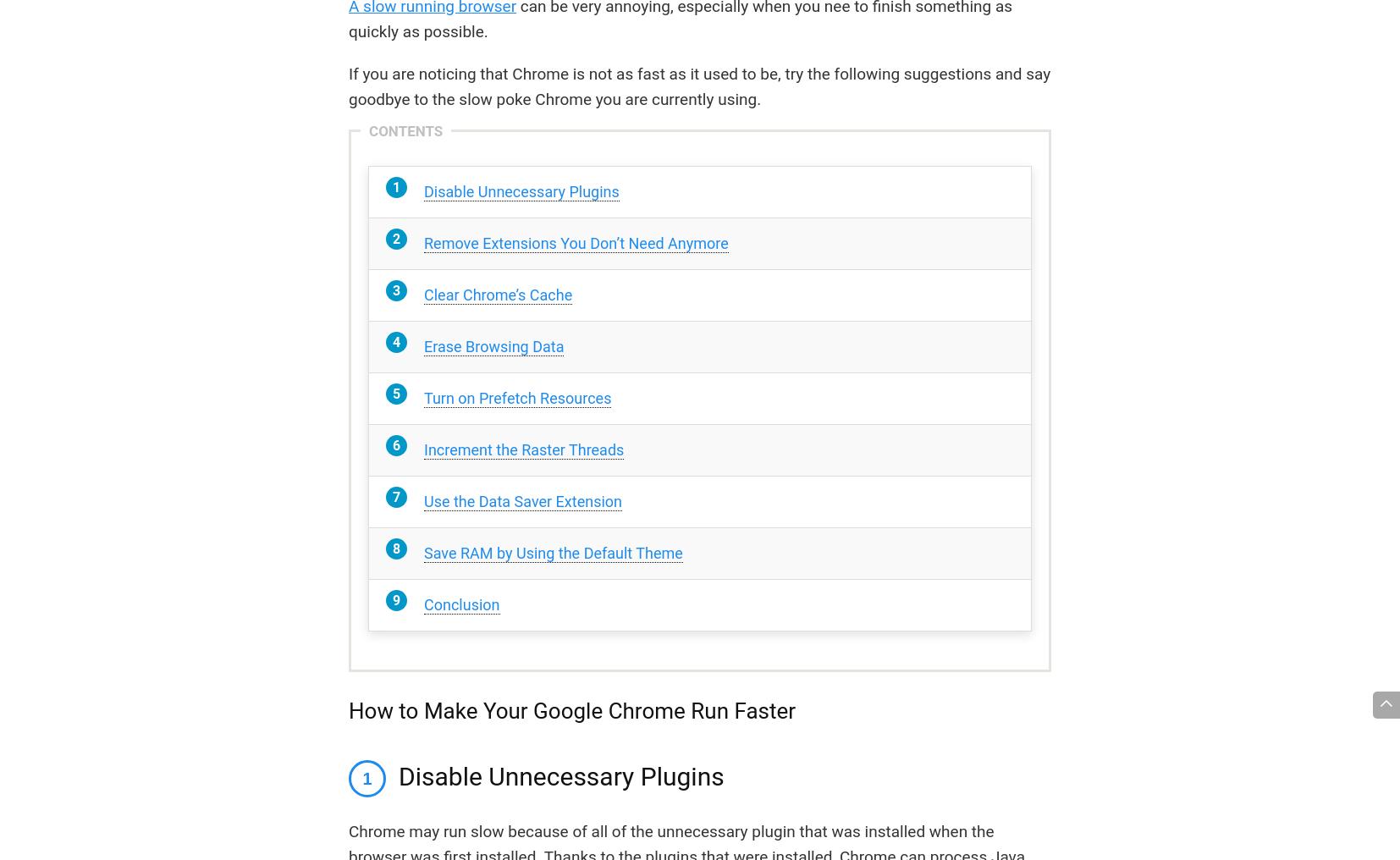 This screenshot has width=1400, height=860. Describe the element at coordinates (348, 711) in the screenshot. I see `'How to Make Your Google Chrome Run Faster'` at that location.